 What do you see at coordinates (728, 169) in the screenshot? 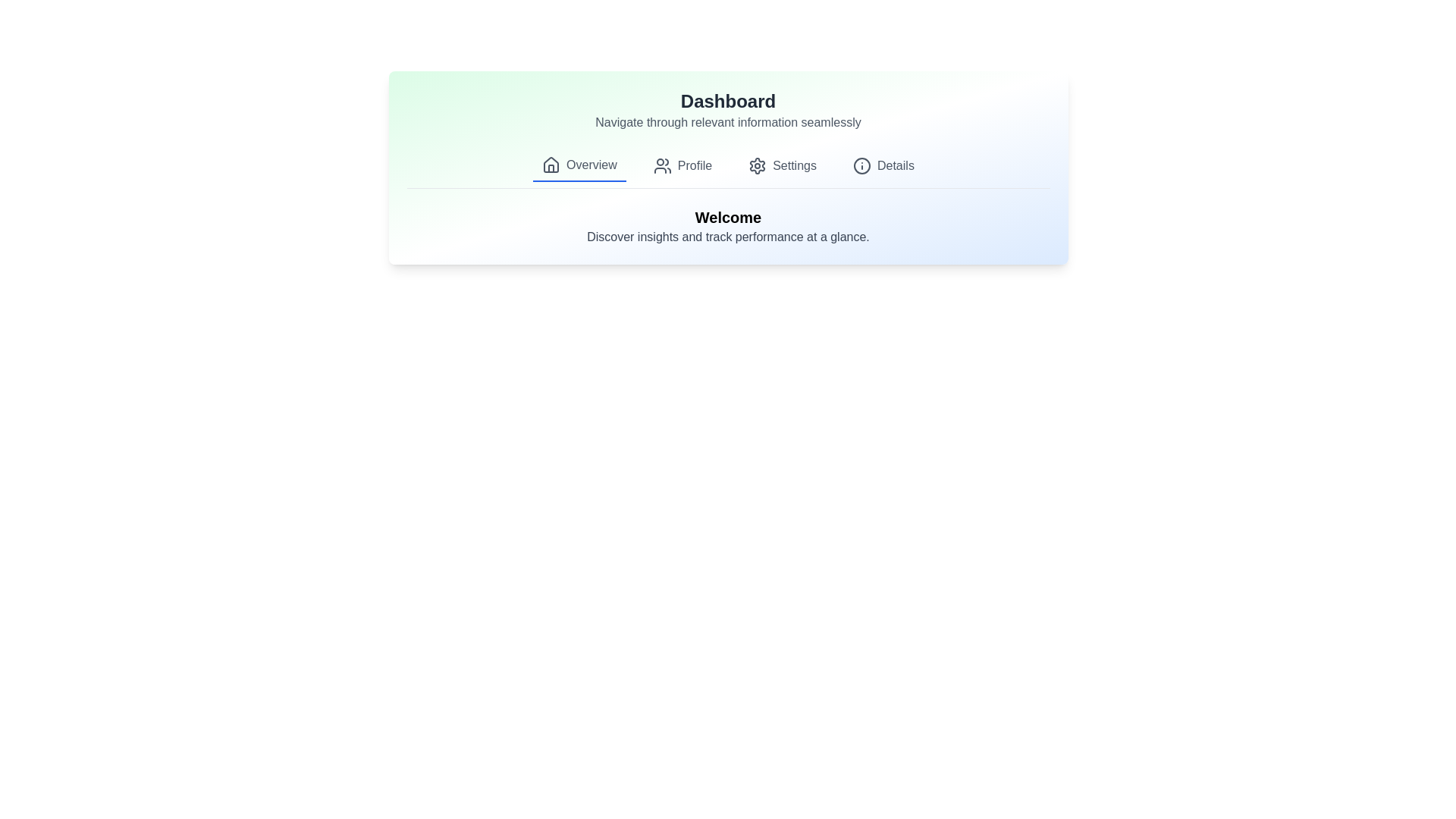
I see `the 'Profile' button in the Navigation Bar` at bounding box center [728, 169].